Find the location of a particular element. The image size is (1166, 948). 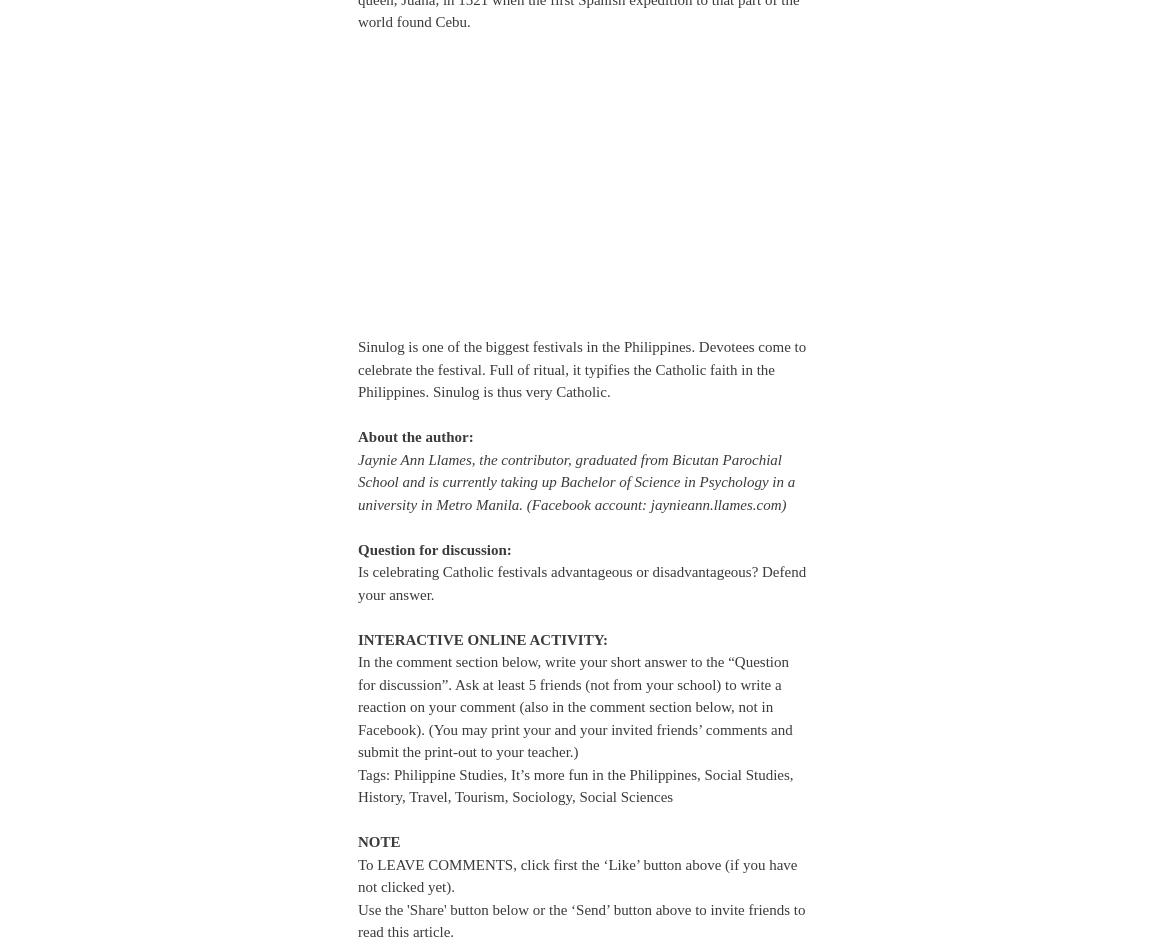

'About the author:' is located at coordinates (416, 436).